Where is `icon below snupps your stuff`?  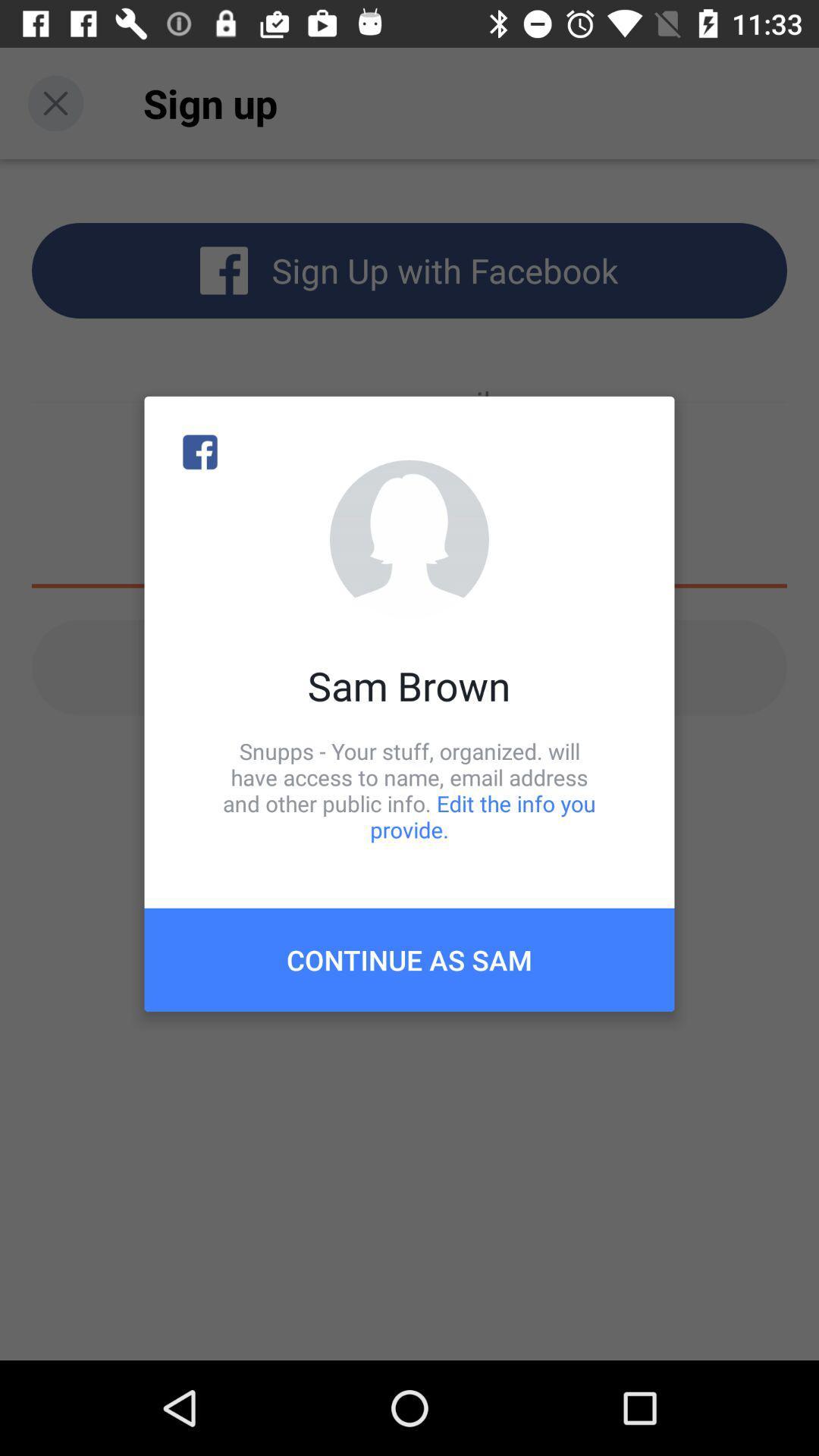
icon below snupps your stuff is located at coordinates (409, 959).